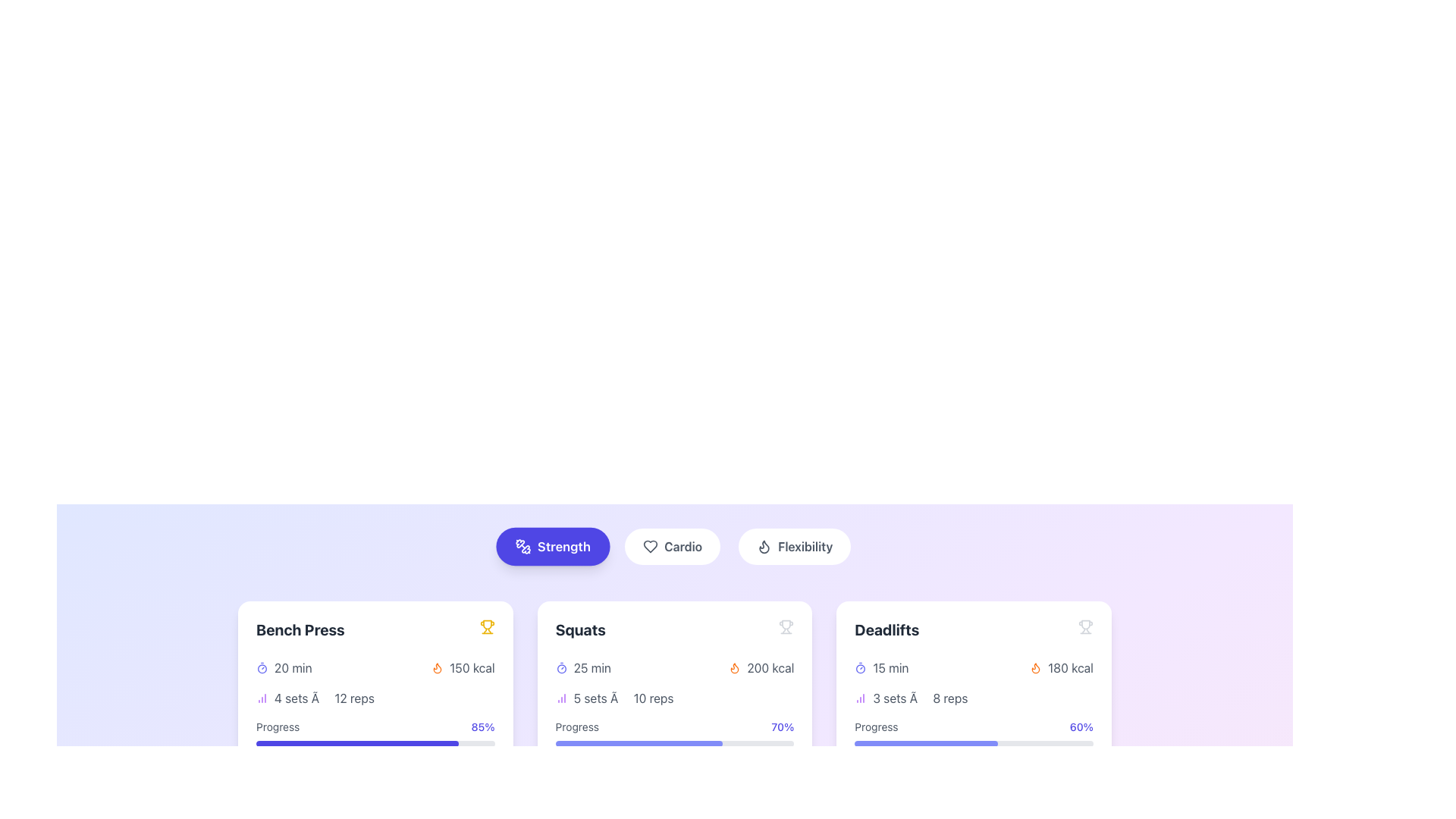  I want to click on the progress bar labeled 'Progress' with 70% indication within the 'Squats' card, located at the bottom of the card layout, so click(673, 733).